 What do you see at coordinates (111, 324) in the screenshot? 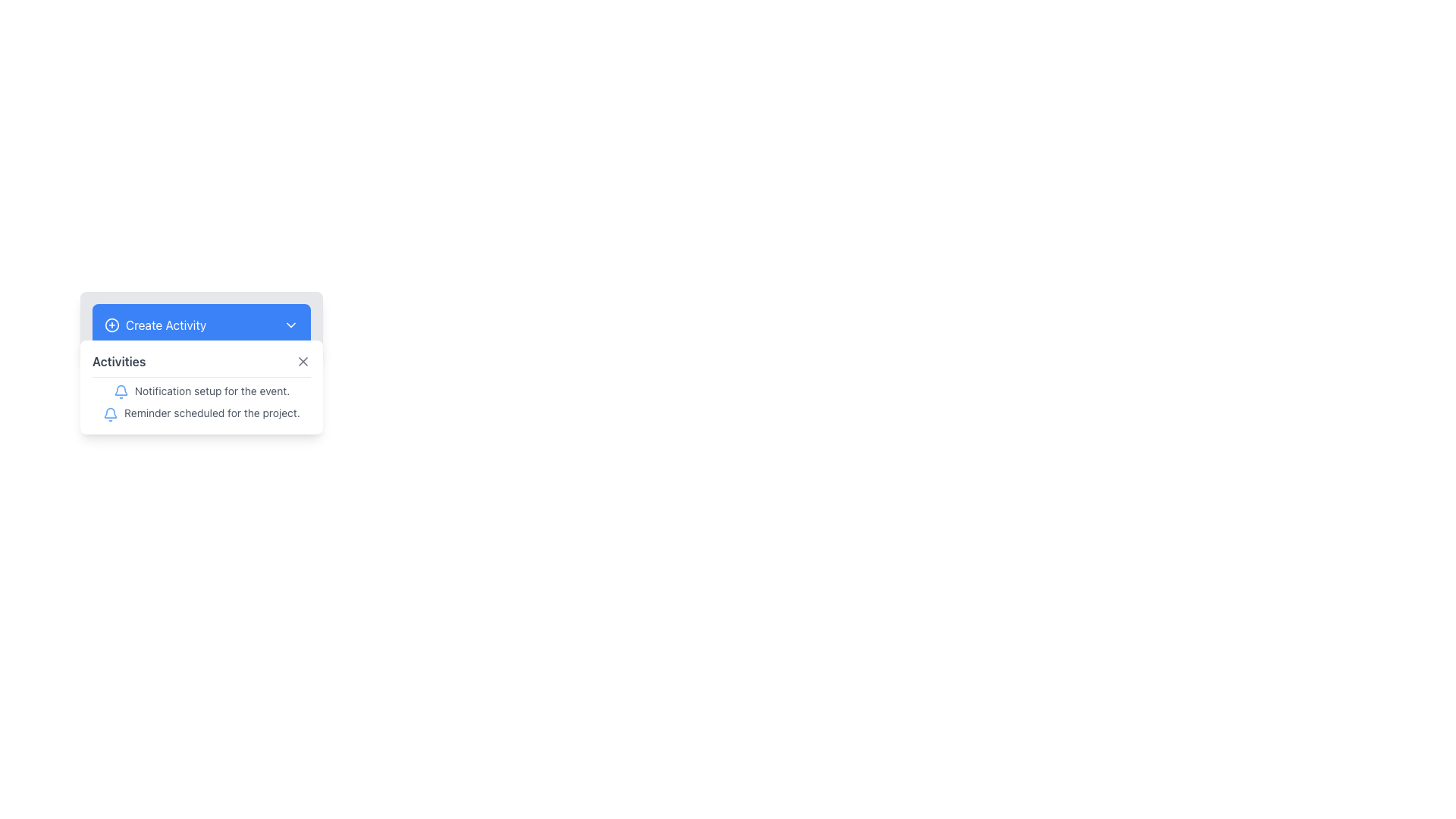
I see `the blue circular icon button with a plus sign inside it, located in the 'Create Activity' section` at bounding box center [111, 324].